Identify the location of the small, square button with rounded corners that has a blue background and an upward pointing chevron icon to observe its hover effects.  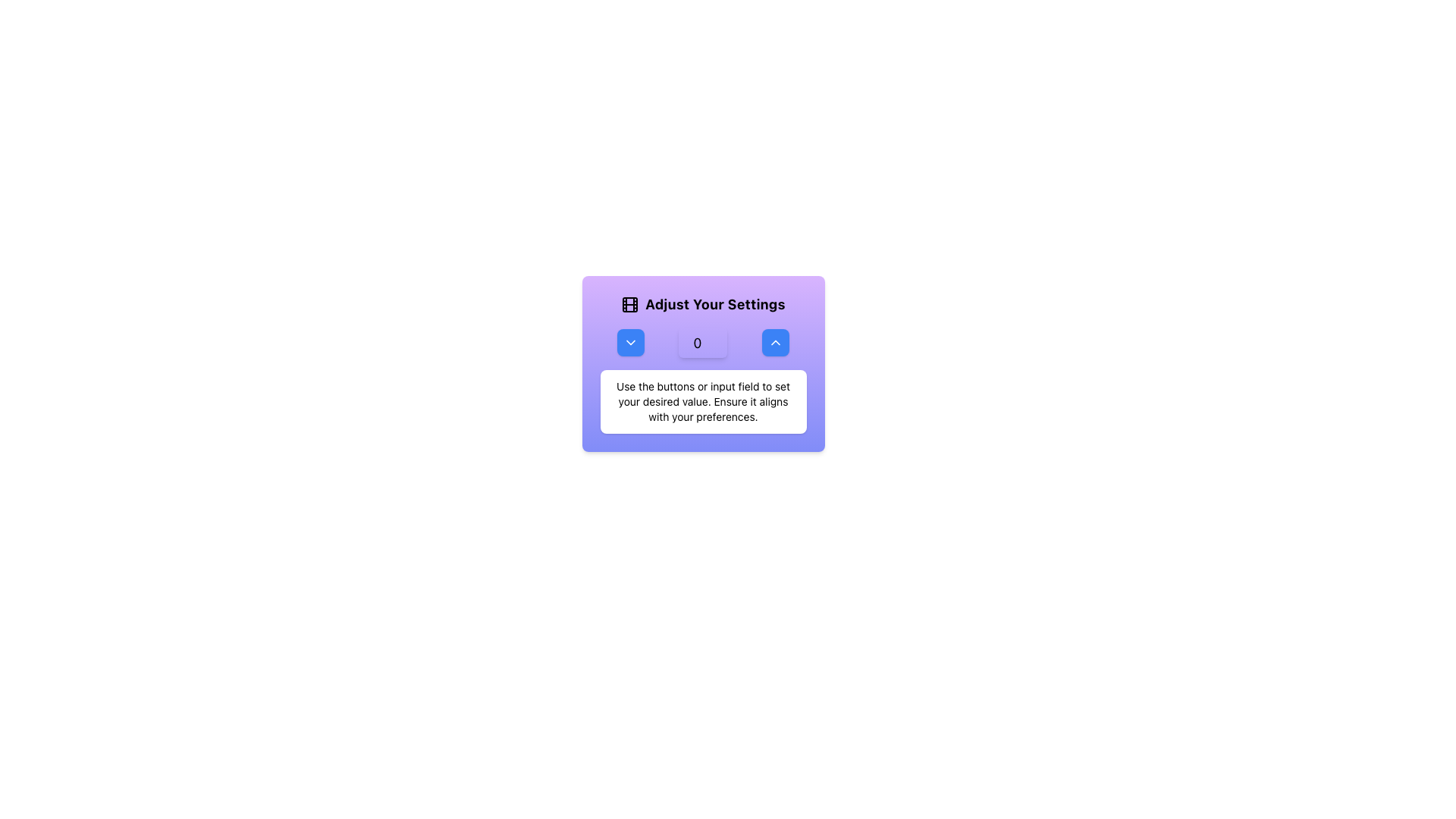
(775, 342).